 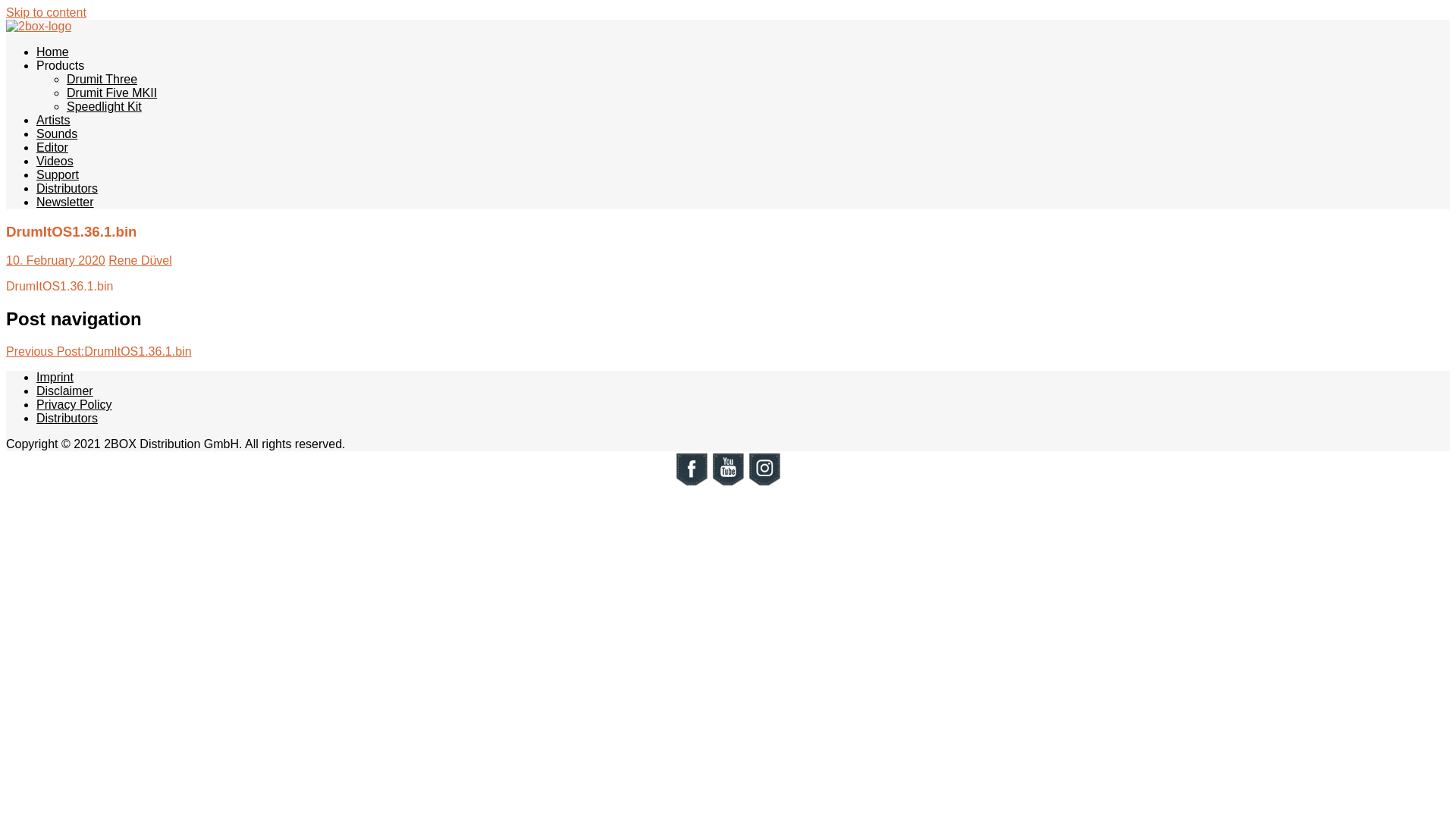 I want to click on 'Skip to content', so click(x=46, y=12).